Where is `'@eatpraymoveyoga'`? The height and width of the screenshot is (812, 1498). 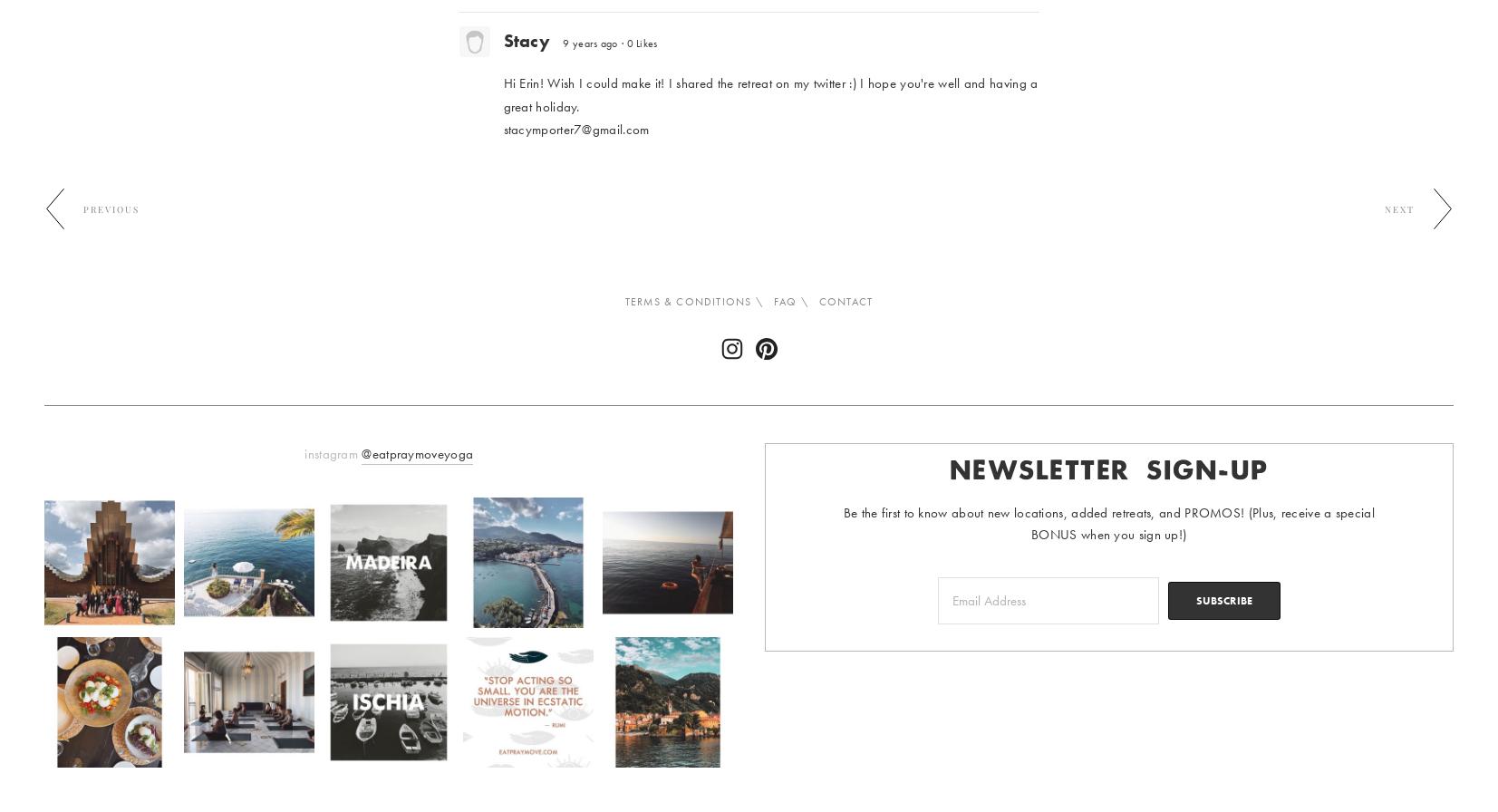 '@eatpraymoveyoga' is located at coordinates (416, 454).